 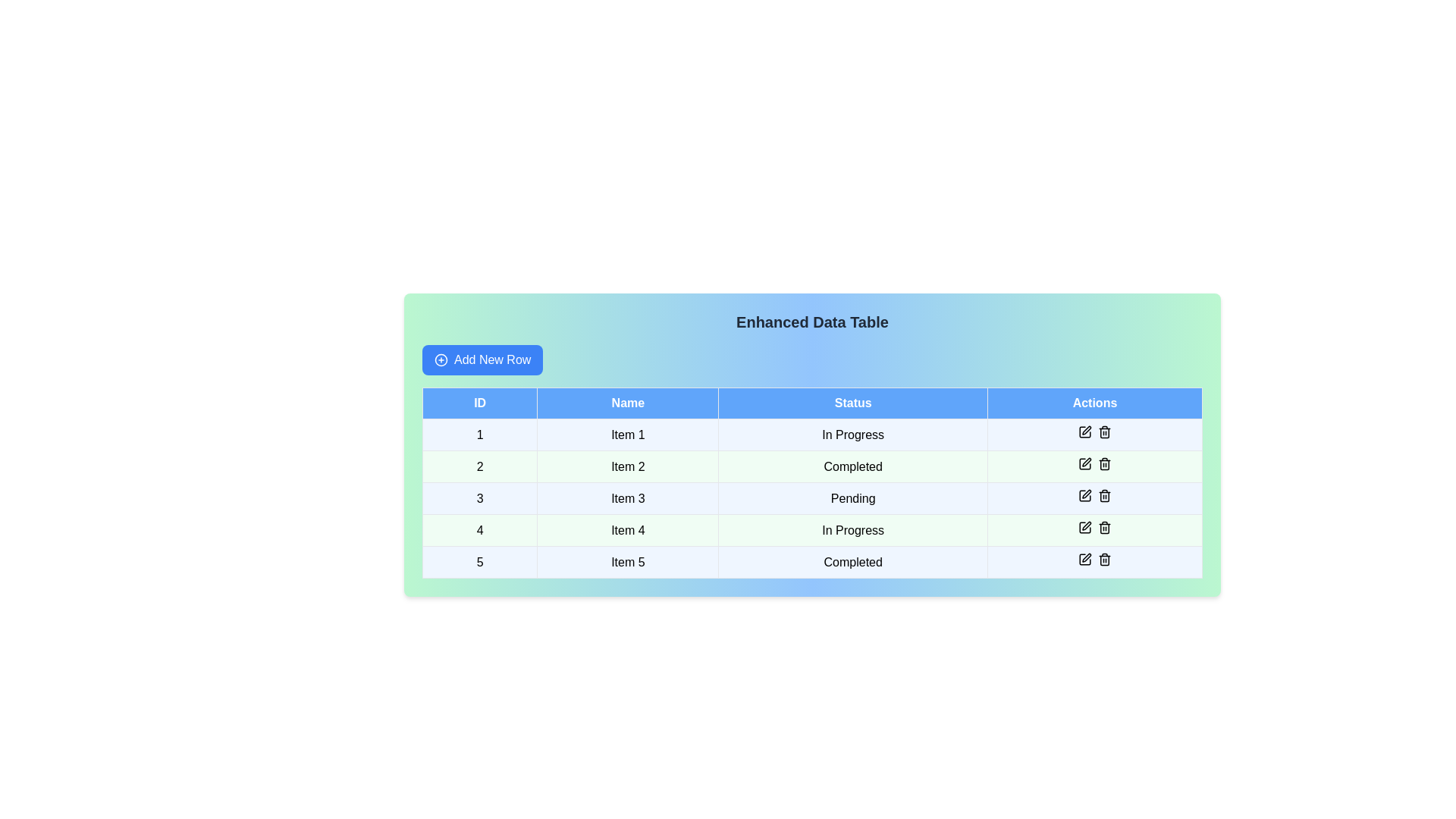 I want to click on the delete icon button located in the rightmost cell of the third row under the 'Actions' column, so click(x=1104, y=496).